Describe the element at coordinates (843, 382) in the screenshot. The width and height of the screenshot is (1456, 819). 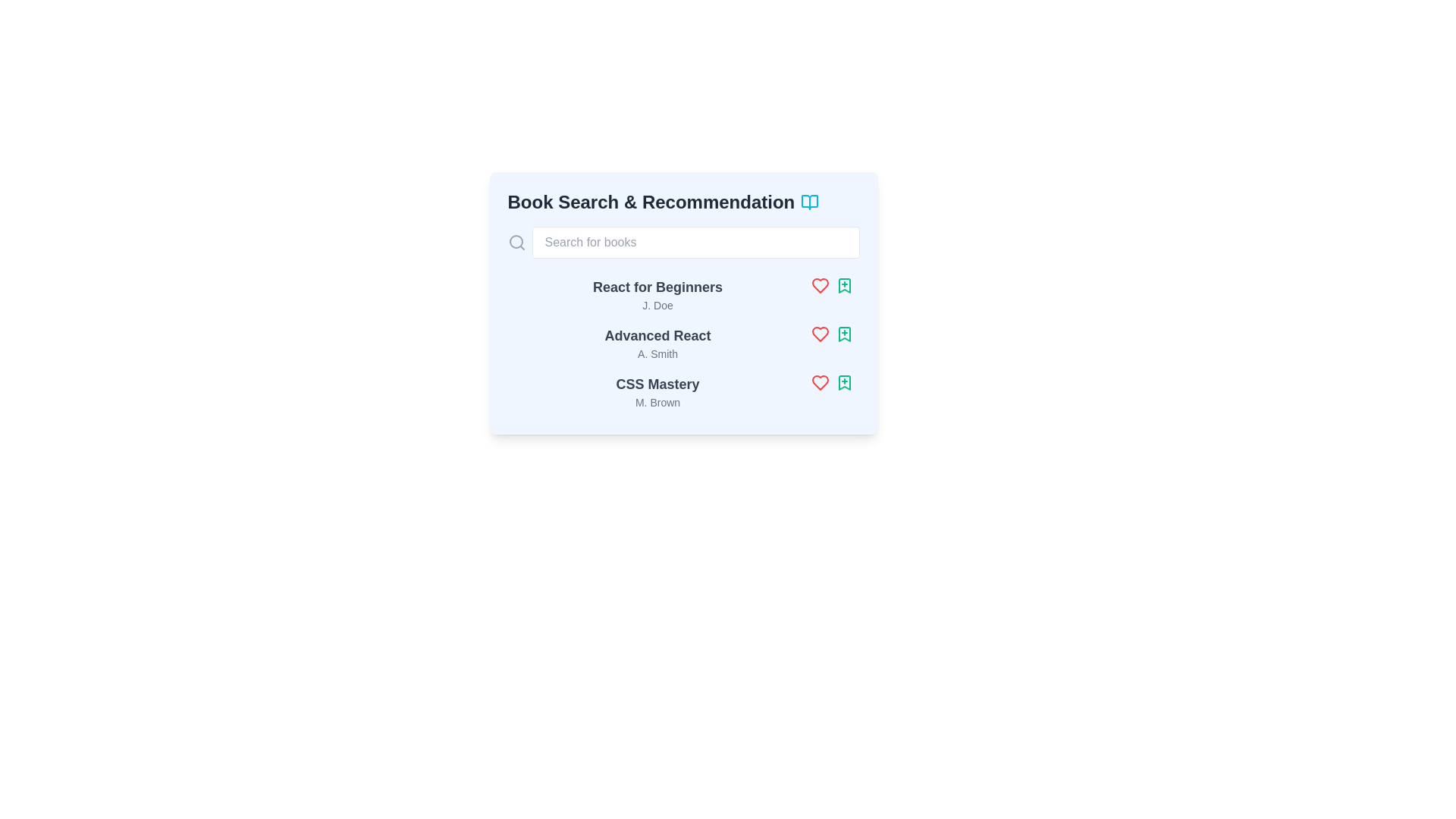
I see `the bookmark icon button with a green outline and '+' sign to bookmark the item 'CSS Mastery'` at that location.